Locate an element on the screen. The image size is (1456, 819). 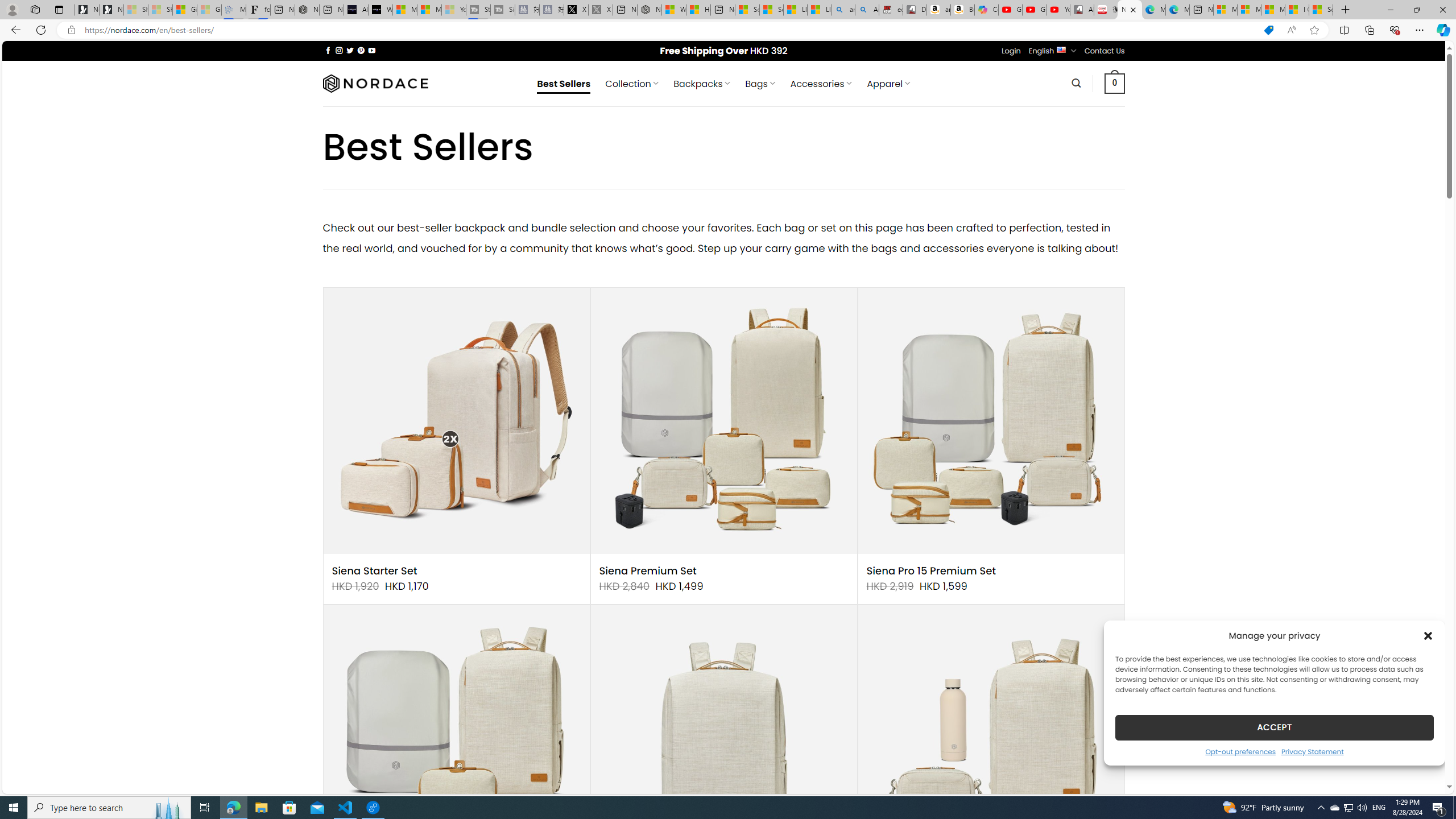
'I Gained 20 Pounds of Muscle in 30 Days! | Watch' is located at coordinates (1296, 9).